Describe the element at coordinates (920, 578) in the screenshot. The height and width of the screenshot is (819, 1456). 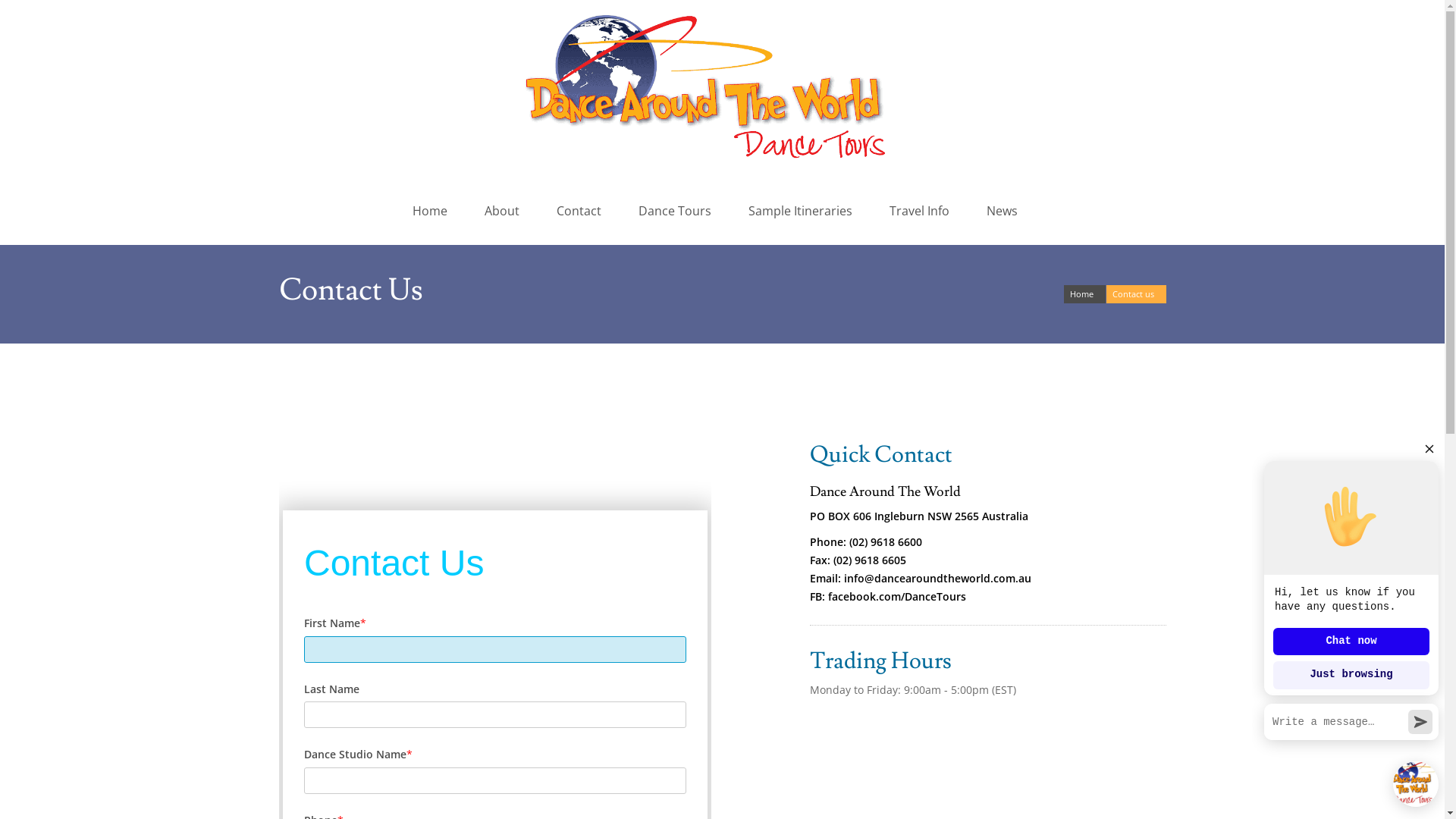
I see `'Email: info@dancearoundtheworld.com.au'` at that location.